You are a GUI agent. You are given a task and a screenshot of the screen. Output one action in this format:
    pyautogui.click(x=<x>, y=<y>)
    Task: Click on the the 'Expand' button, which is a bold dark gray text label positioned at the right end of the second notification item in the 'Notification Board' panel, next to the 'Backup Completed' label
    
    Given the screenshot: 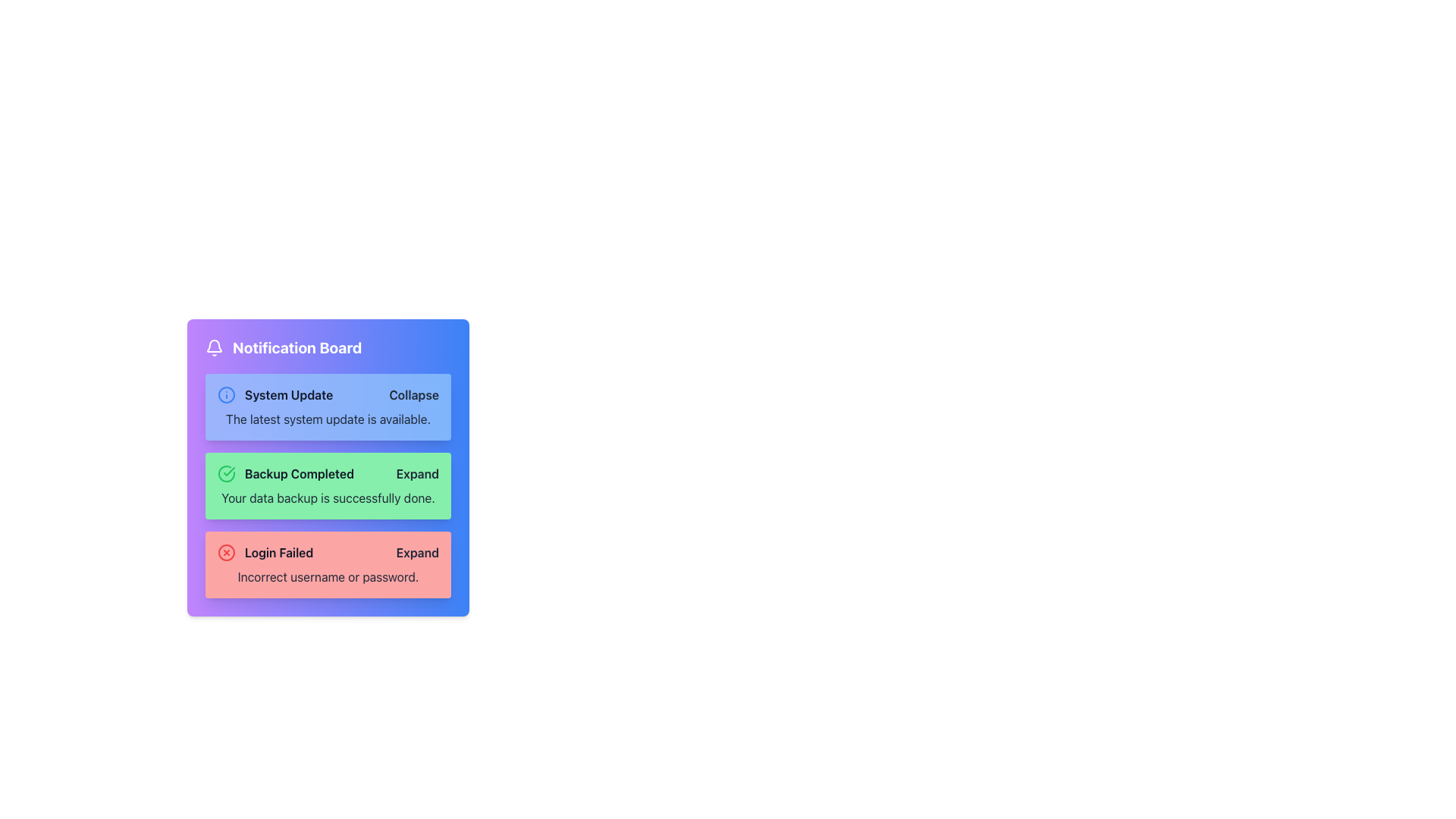 What is the action you would take?
    pyautogui.click(x=417, y=472)
    